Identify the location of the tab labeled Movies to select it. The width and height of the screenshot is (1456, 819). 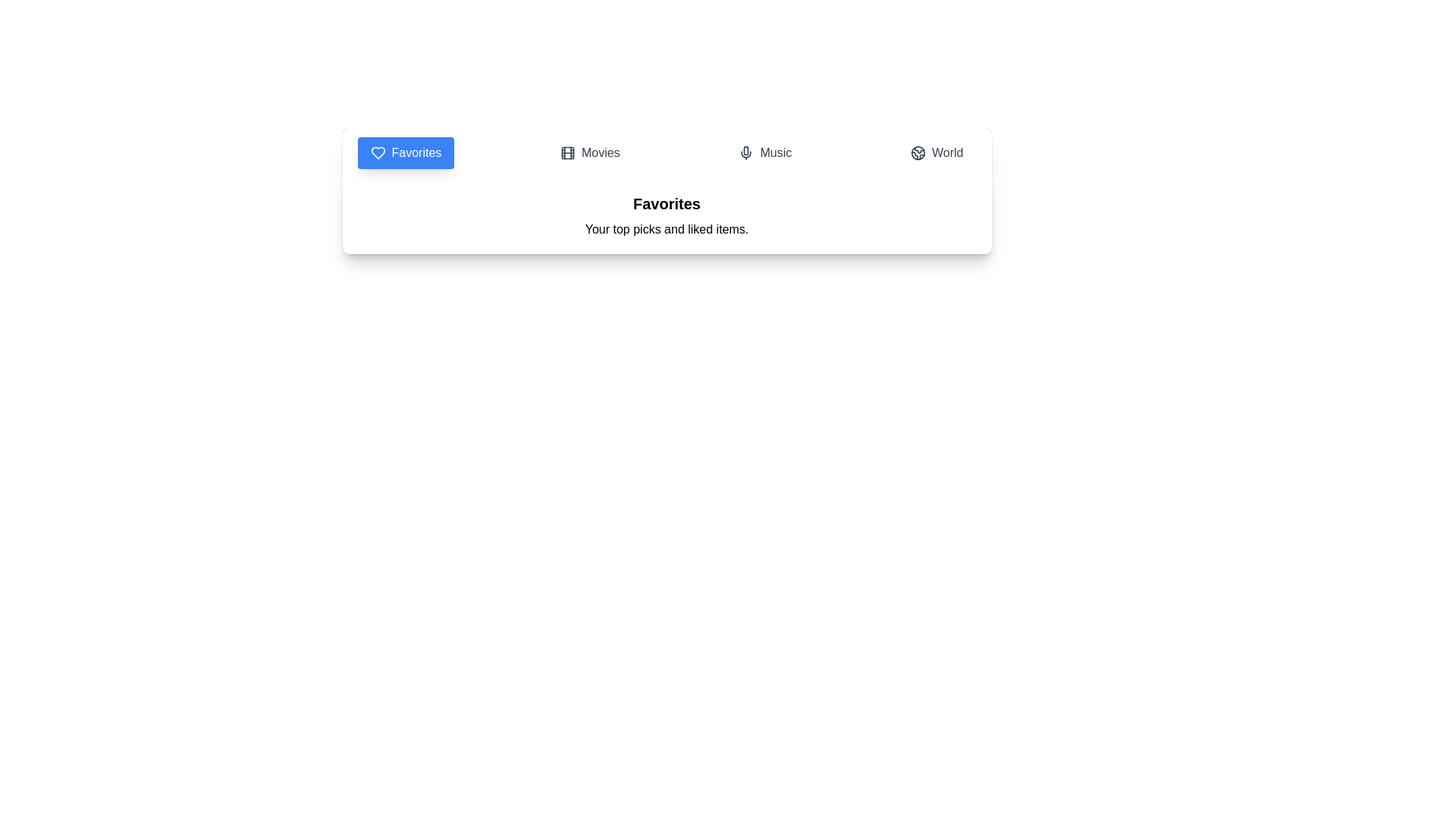
(589, 152).